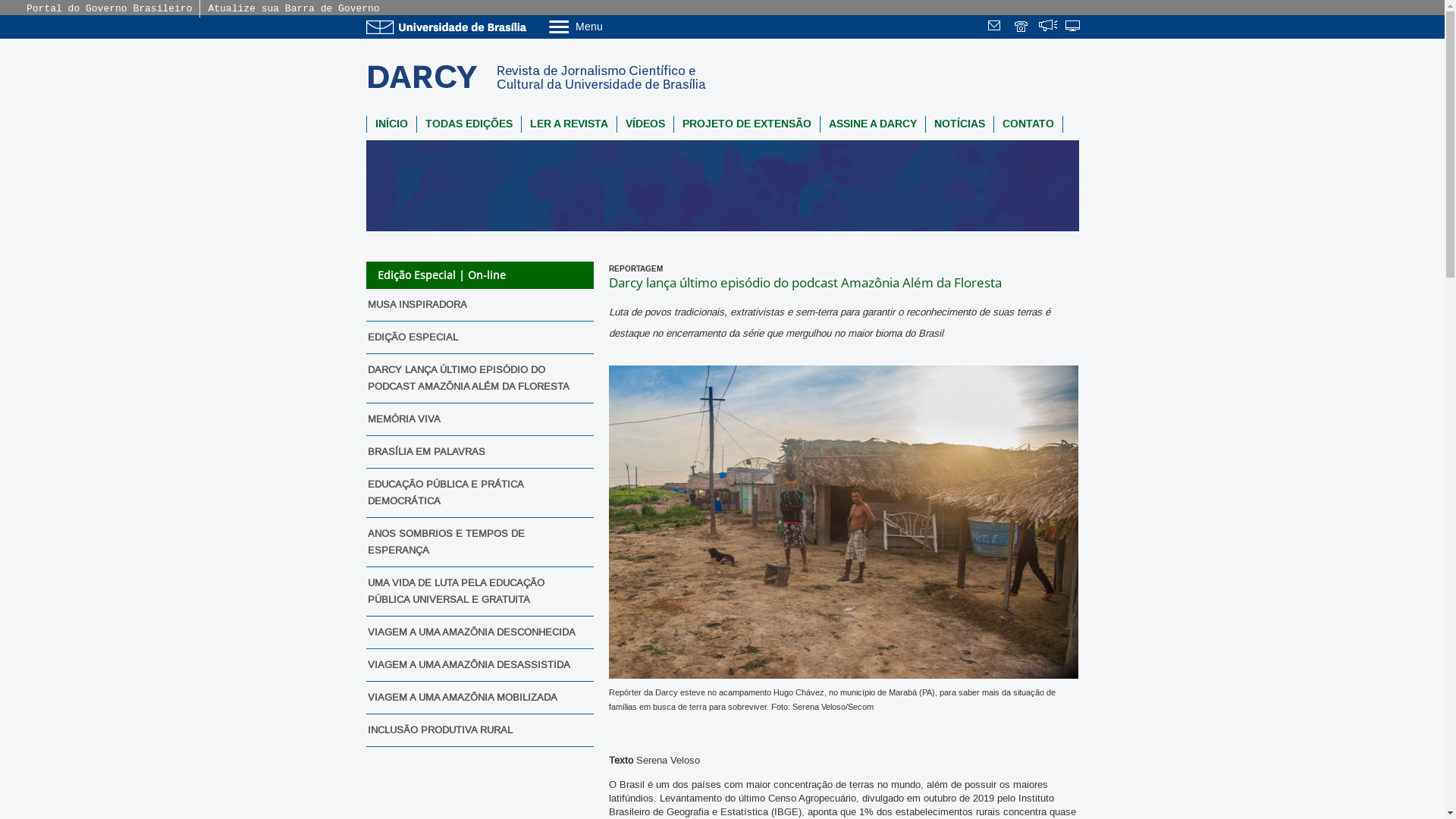 This screenshot has width=1456, height=819. Describe the element at coordinates (1063, 27) in the screenshot. I see `' '` at that location.